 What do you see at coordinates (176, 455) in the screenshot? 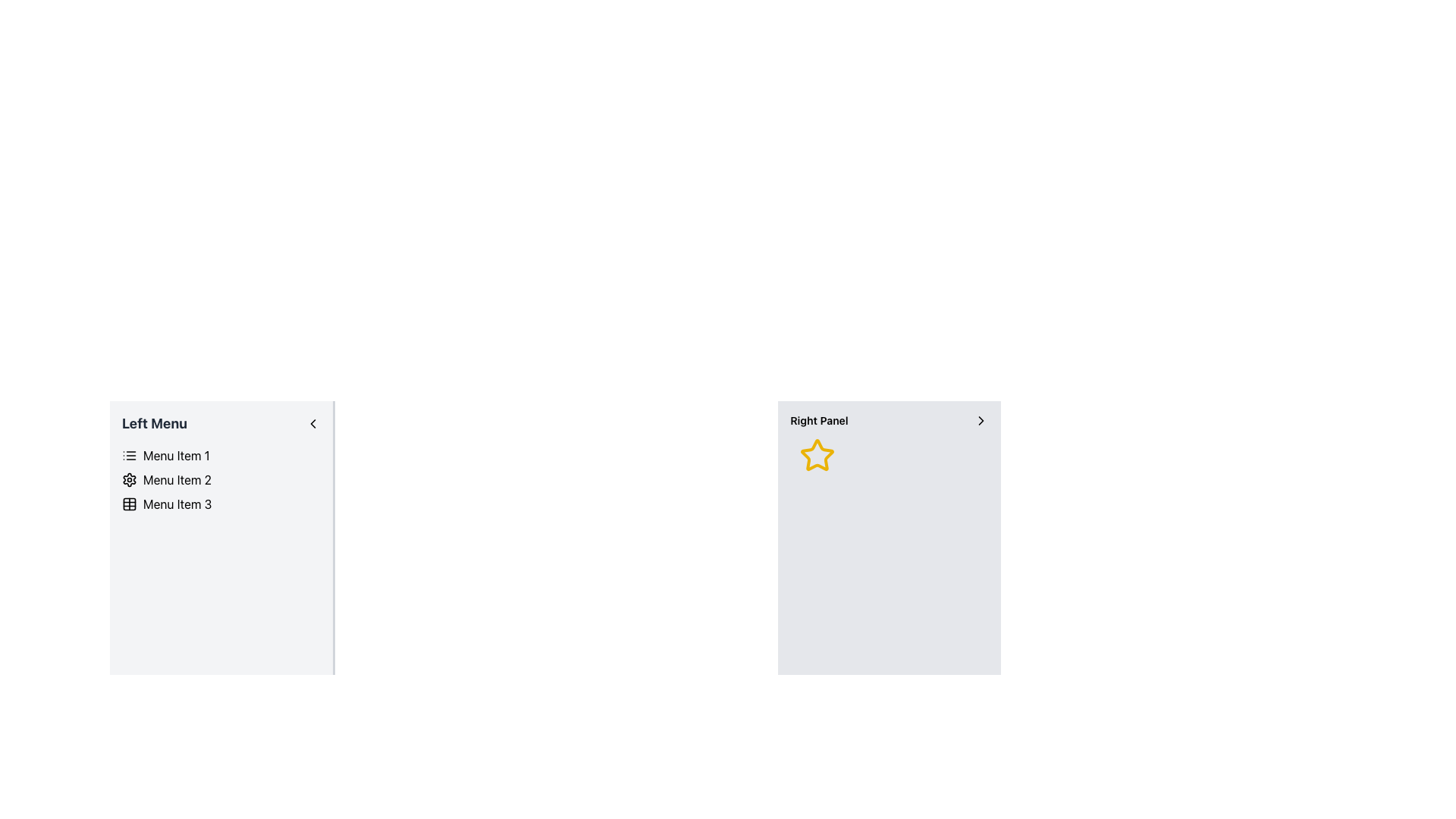
I see `the 'Menu Item 1' text label located in the left-hand menu panel, directly below the 'Left Menu' header` at bounding box center [176, 455].